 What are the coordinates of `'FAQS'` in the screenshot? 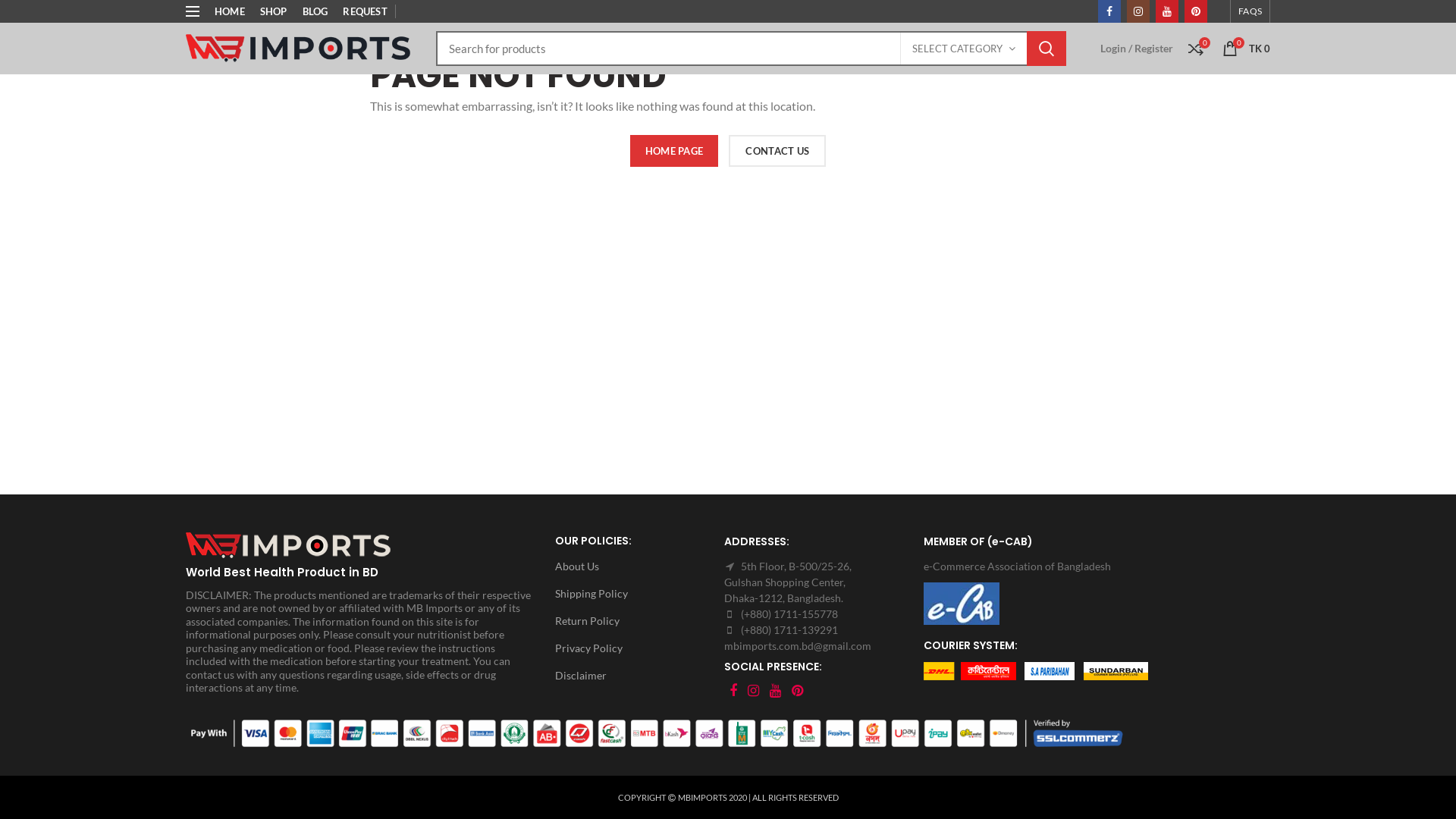 It's located at (1250, 11).